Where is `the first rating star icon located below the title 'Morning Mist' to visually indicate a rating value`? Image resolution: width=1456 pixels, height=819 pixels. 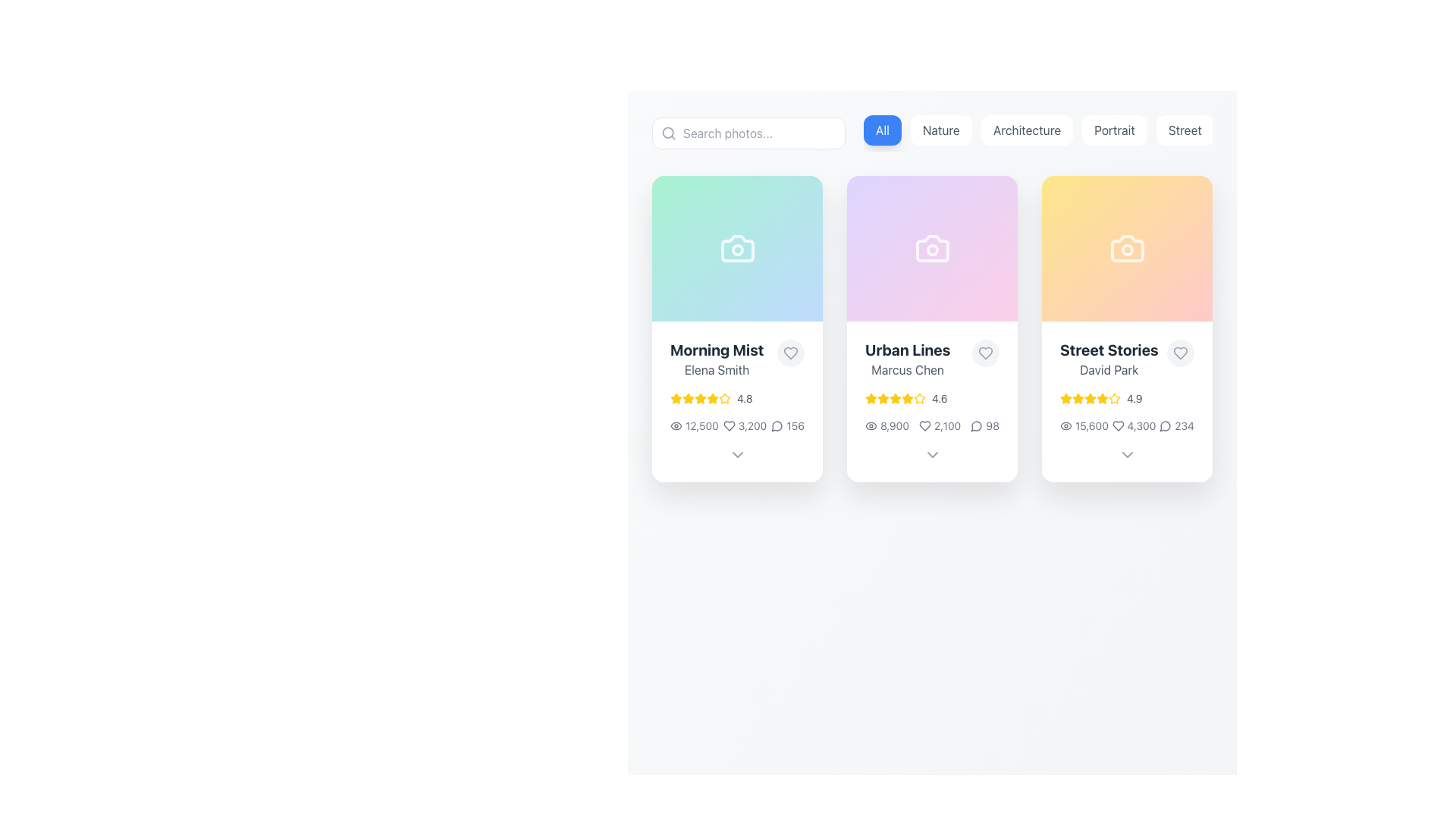
the first rating star icon located below the title 'Morning Mist' to visually indicate a rating value is located at coordinates (712, 397).